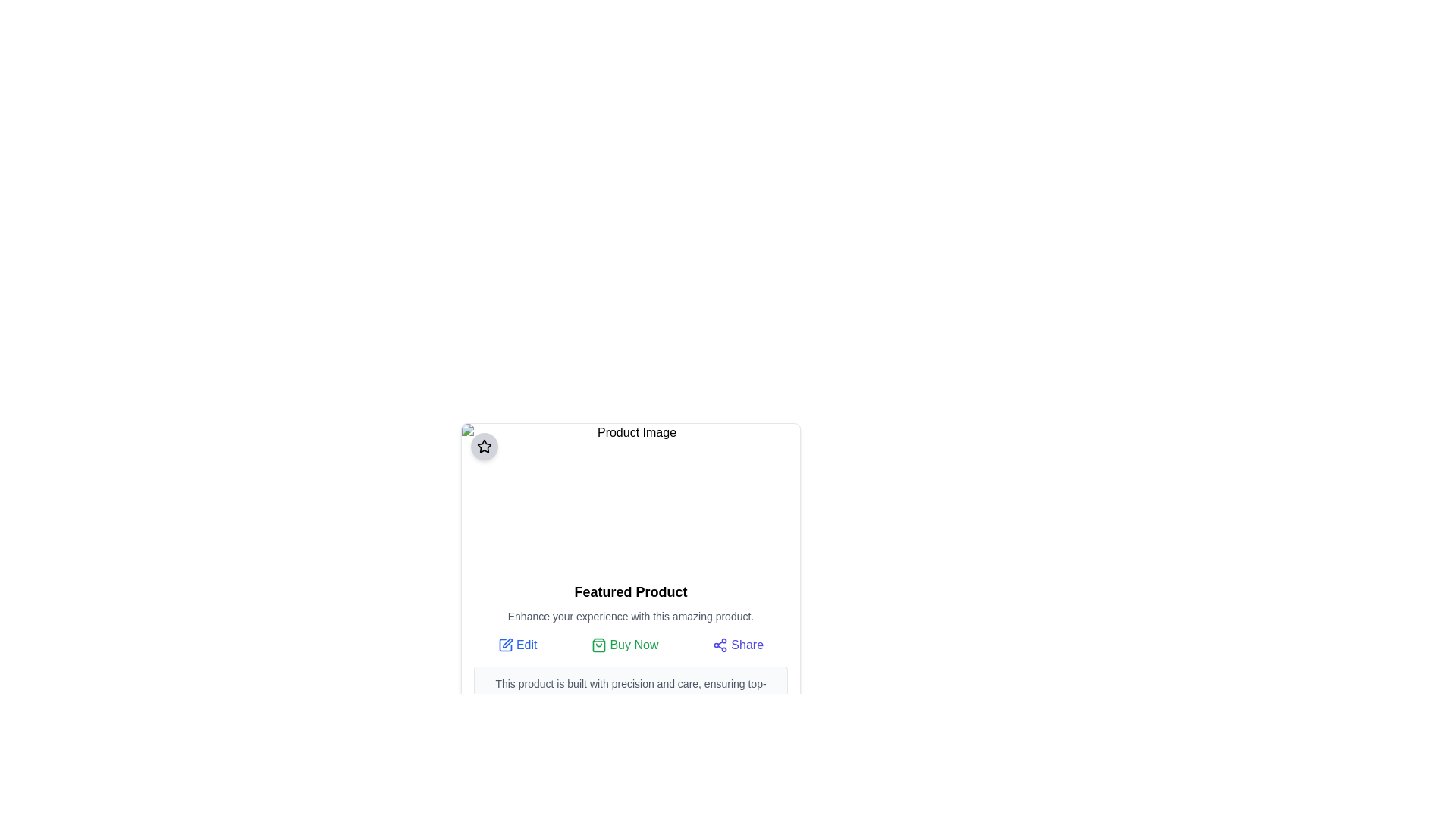 The image size is (1456, 819). Describe the element at coordinates (483, 446) in the screenshot. I see `the star-shaped icon within the circular button located in the top-left corner of the 'Product Image' card` at that location.